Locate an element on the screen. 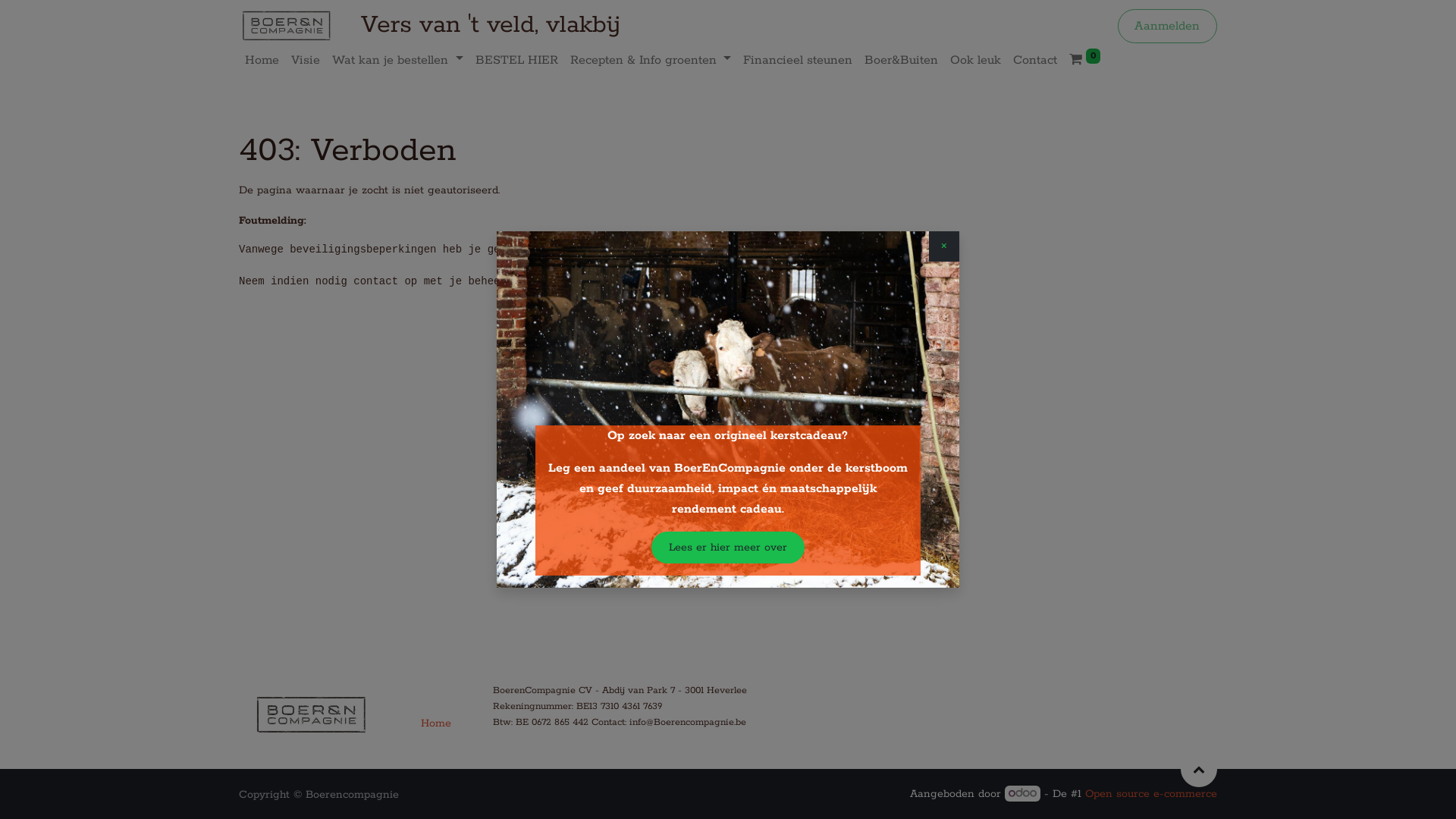  'Contact' is located at coordinates (1034, 59).